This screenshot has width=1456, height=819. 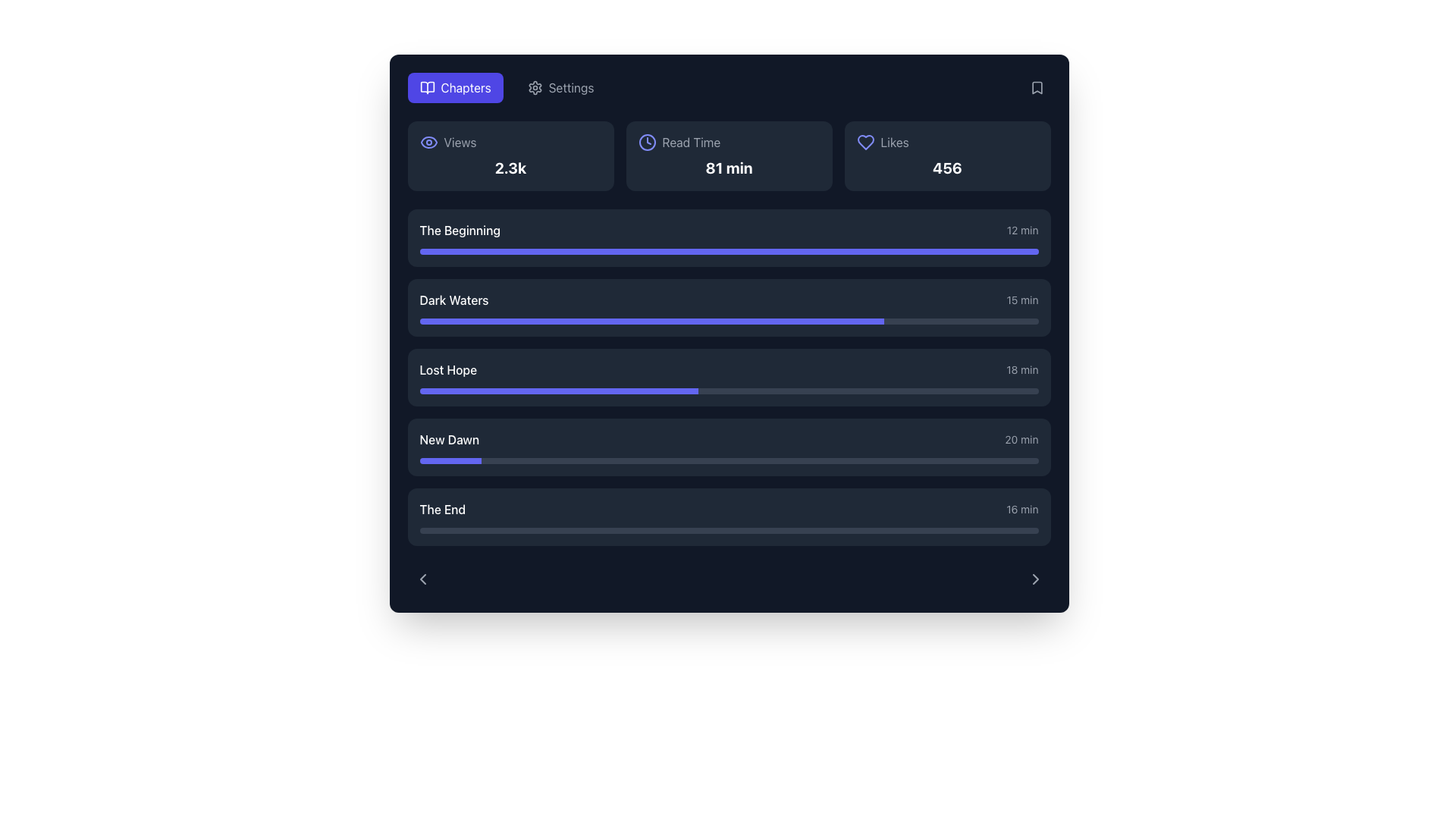 I want to click on the horizontally-oriented progress bar in the 'New Dawn' section, which has a gray background and a blue filled portion, located beneath the 'New Dawn 20 min' text, so click(x=729, y=460).